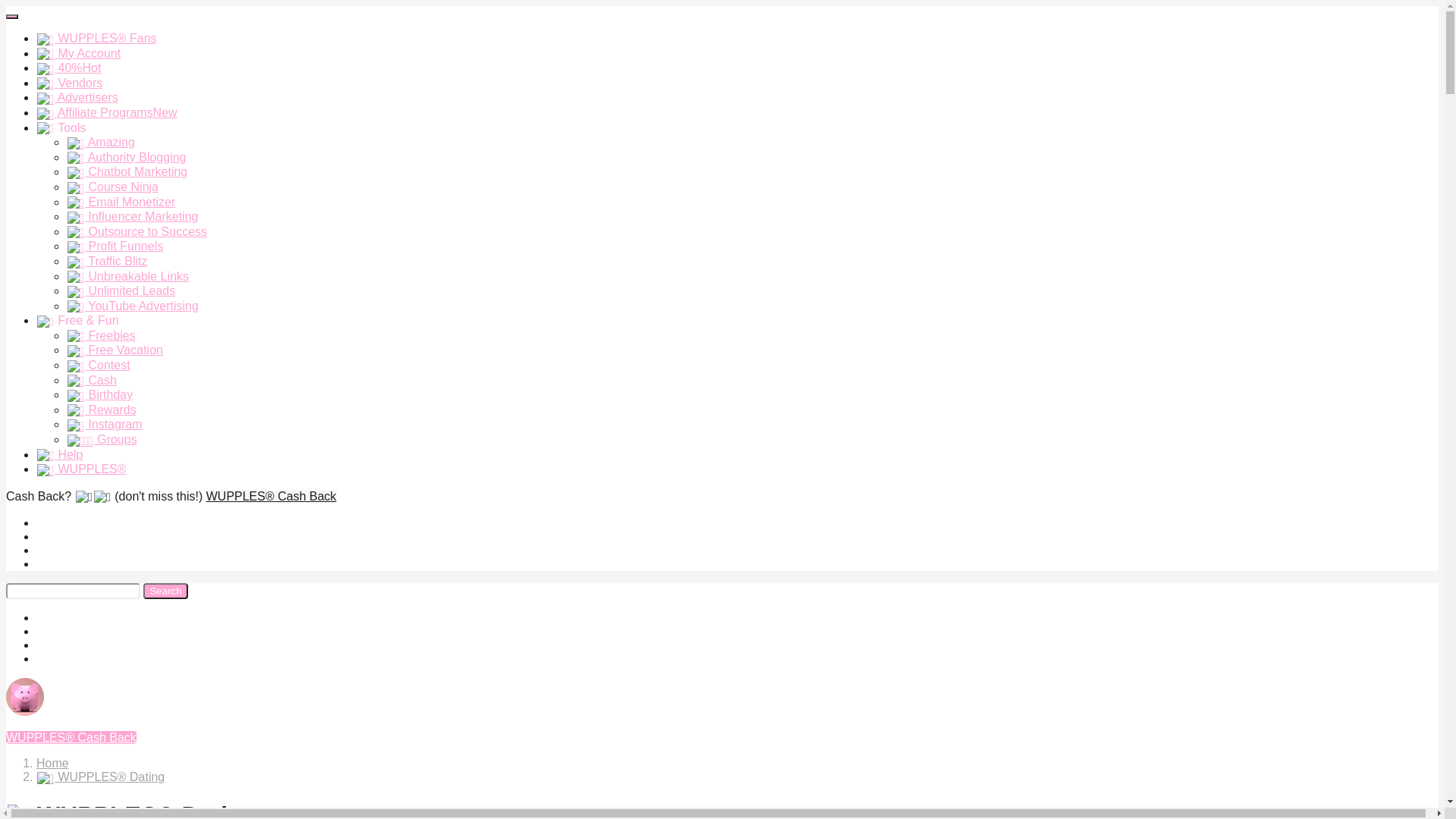  Describe the element at coordinates (120, 290) in the screenshot. I see `'Unlimited Leads'` at that location.